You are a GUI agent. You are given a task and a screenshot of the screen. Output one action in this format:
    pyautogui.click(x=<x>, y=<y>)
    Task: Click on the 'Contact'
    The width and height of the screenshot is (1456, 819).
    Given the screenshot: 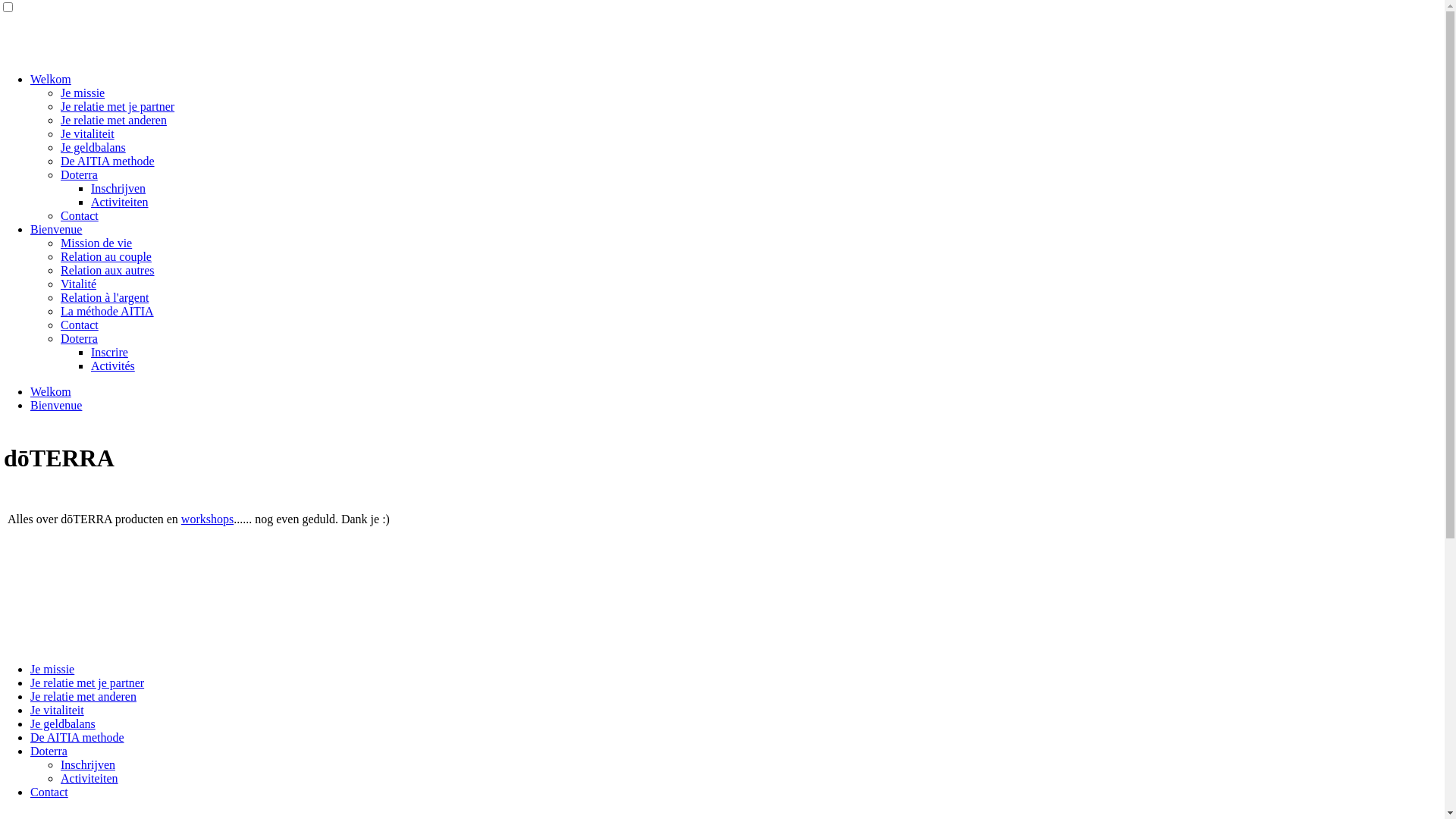 What is the action you would take?
    pyautogui.click(x=49, y=791)
    